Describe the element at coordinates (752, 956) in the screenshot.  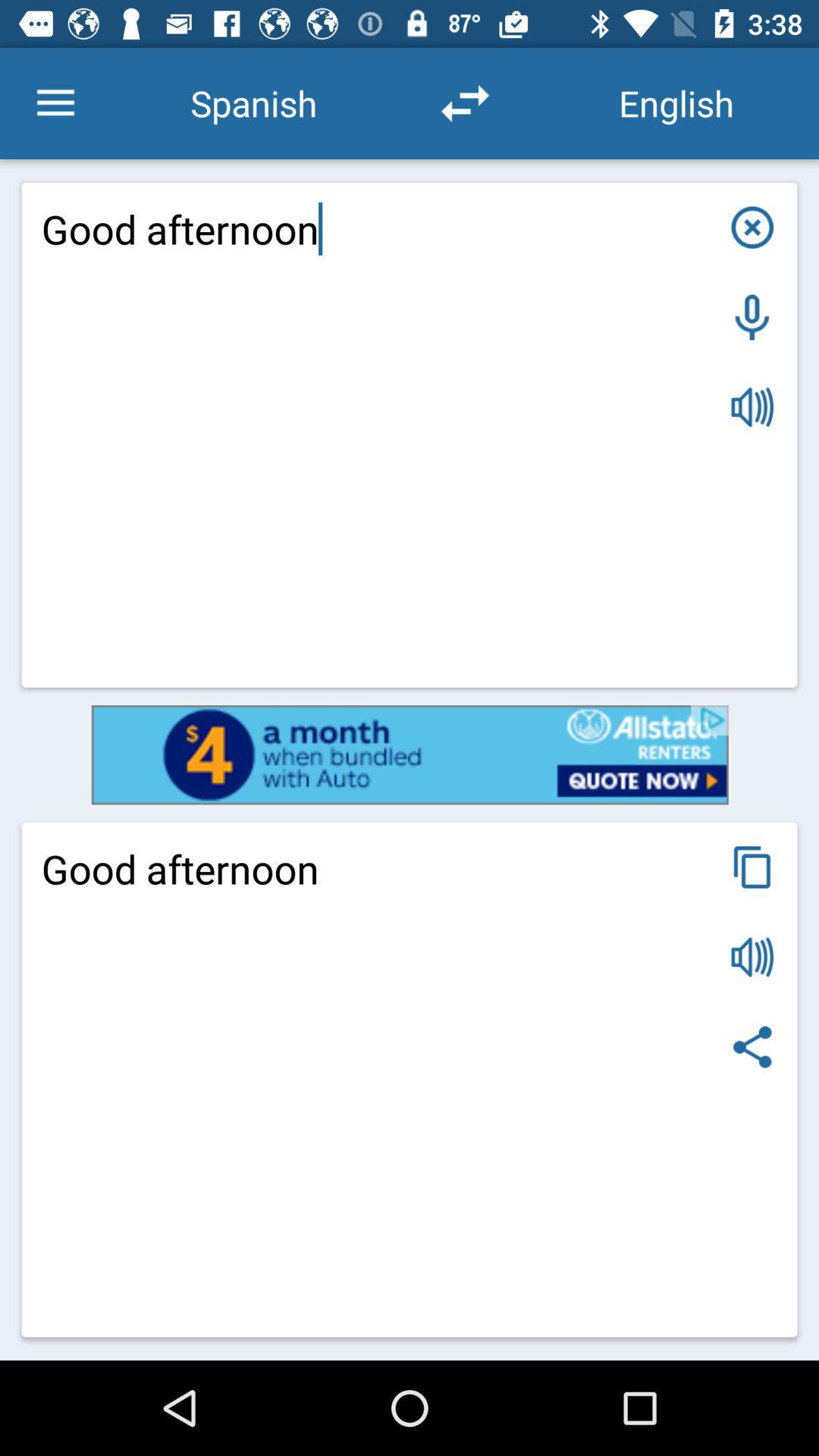
I see `go back` at that location.